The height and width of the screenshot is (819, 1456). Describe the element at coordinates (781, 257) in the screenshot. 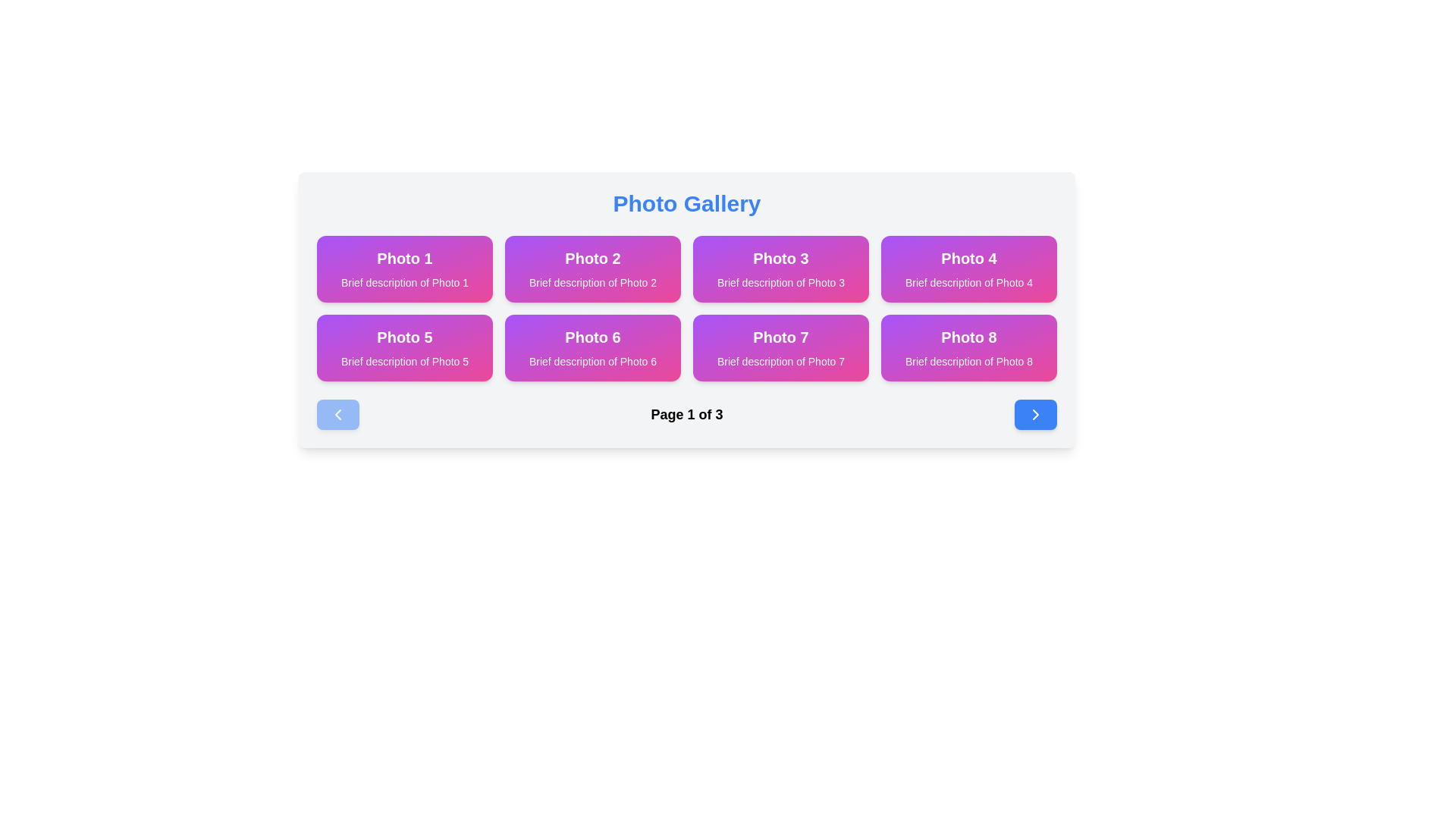

I see `the title text label of the third photo card in the top row, which categorizes the content of that card` at that location.